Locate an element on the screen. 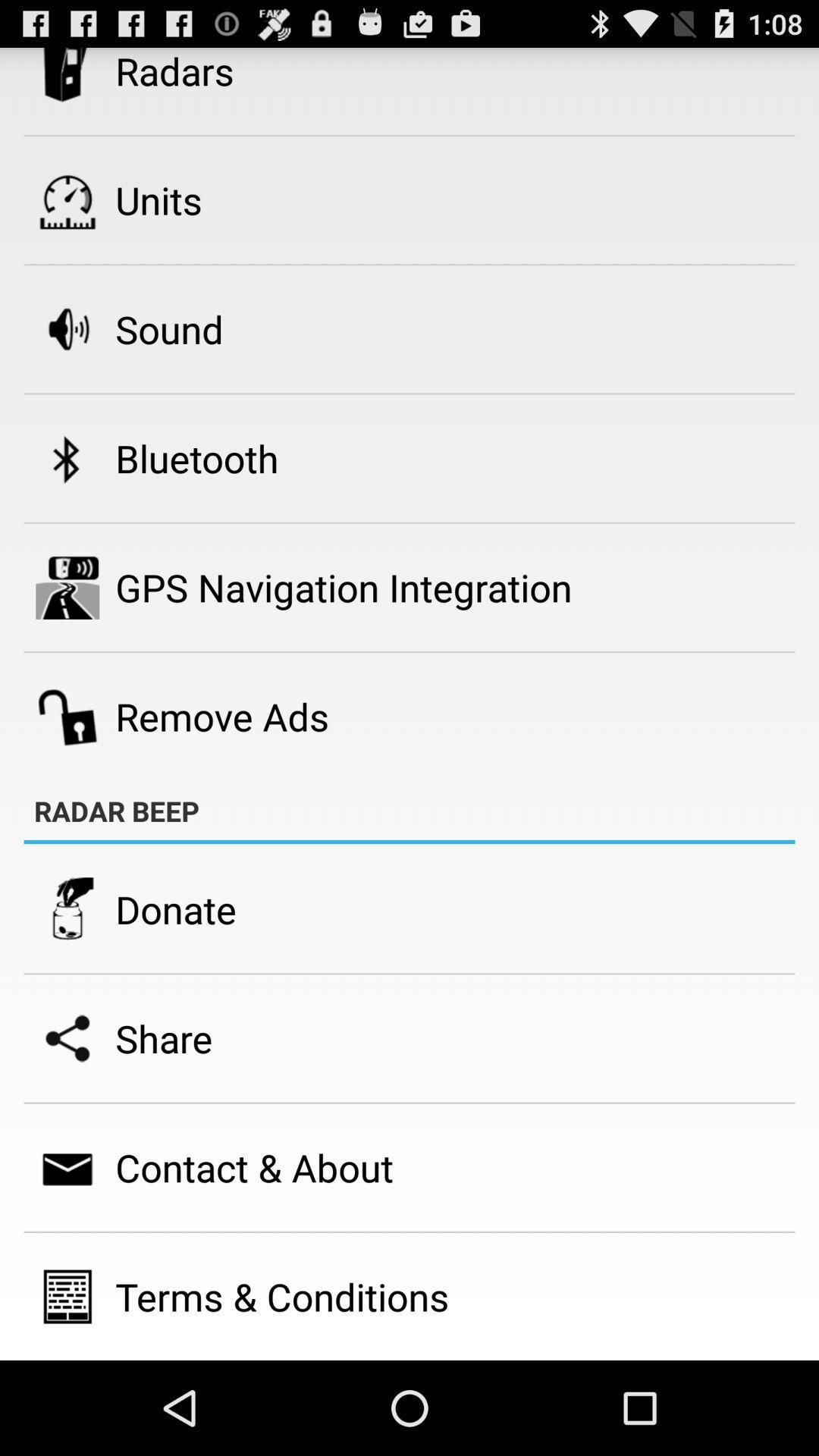 Image resolution: width=819 pixels, height=1456 pixels. the icon beside gps navigation integration is located at coordinates (66, 586).